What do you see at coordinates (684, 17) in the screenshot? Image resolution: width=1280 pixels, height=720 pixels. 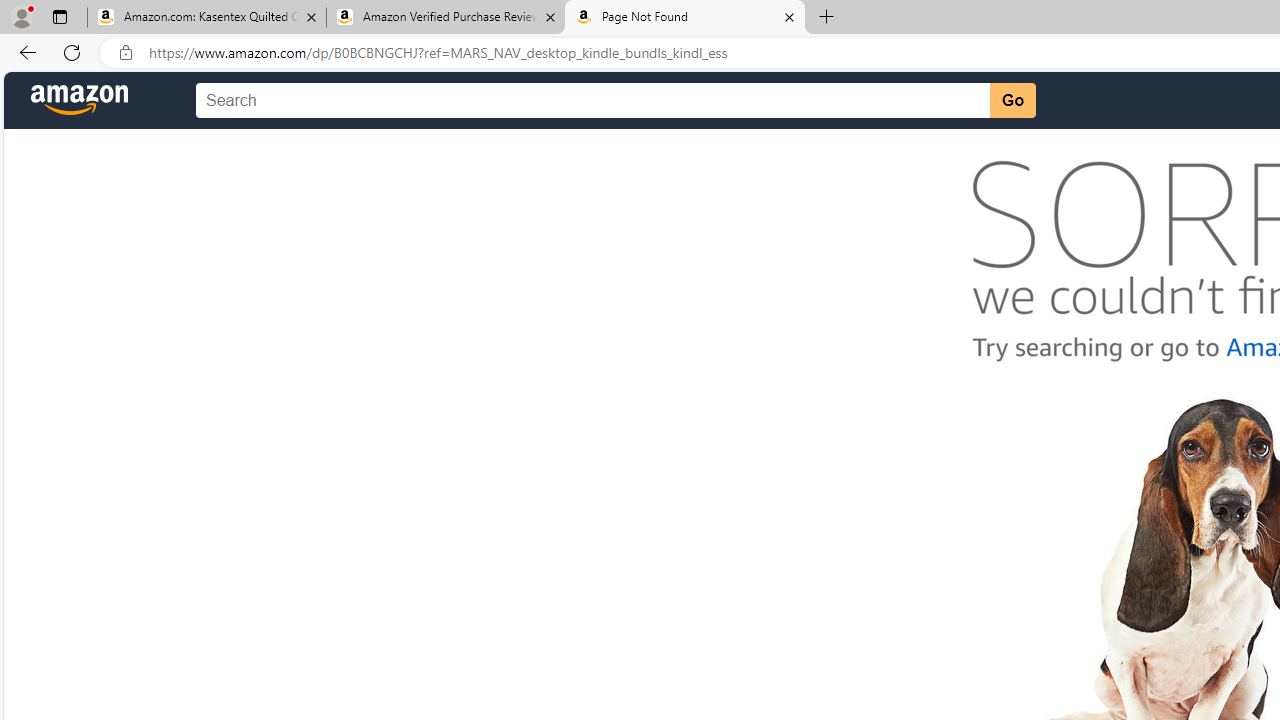 I see `'Page Not Found'` at bounding box center [684, 17].